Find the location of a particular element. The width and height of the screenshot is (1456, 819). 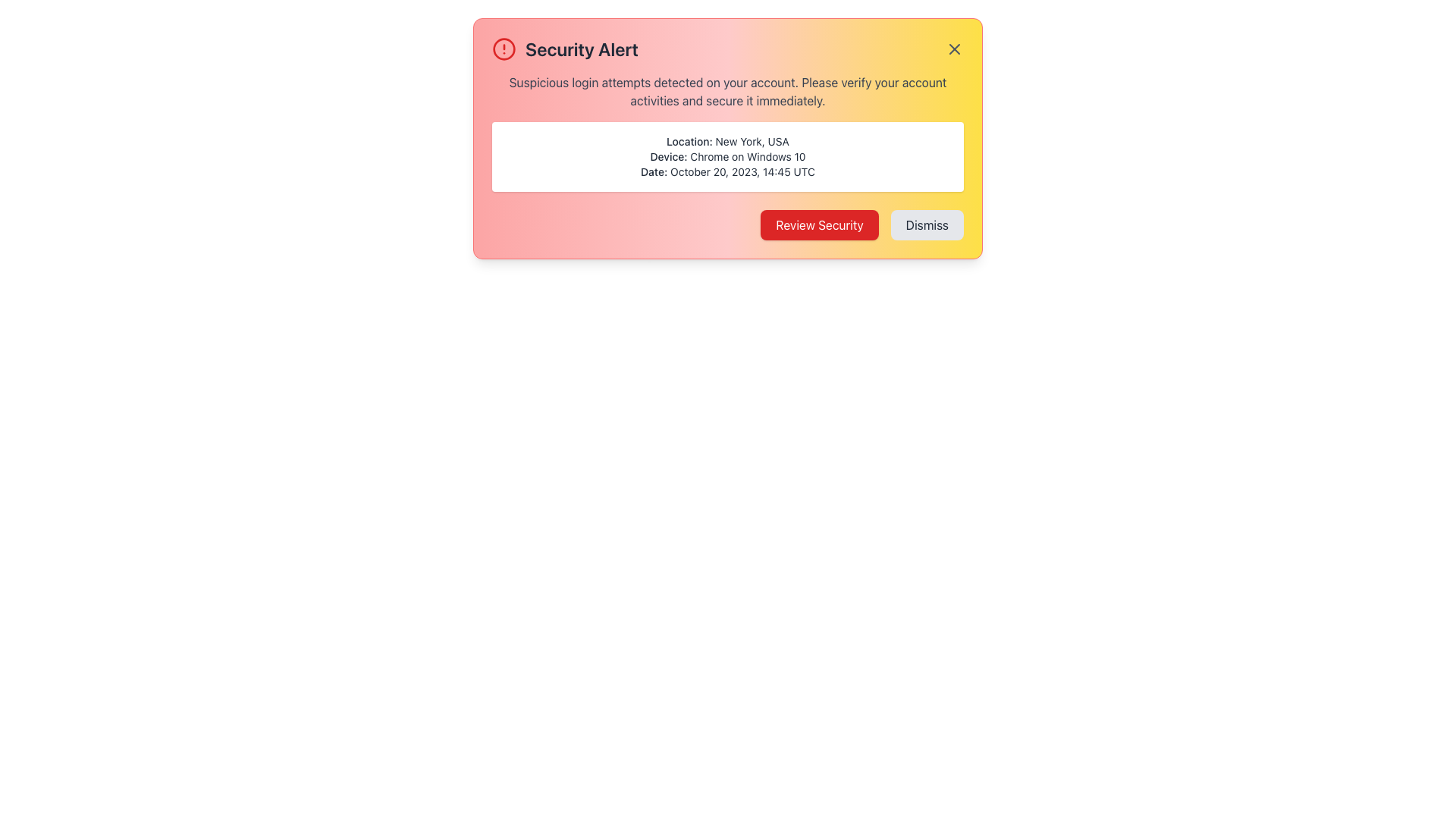

the label that introduces the location information, which displays 'Location: New York, USA' in the security alert dialog box is located at coordinates (689, 141).